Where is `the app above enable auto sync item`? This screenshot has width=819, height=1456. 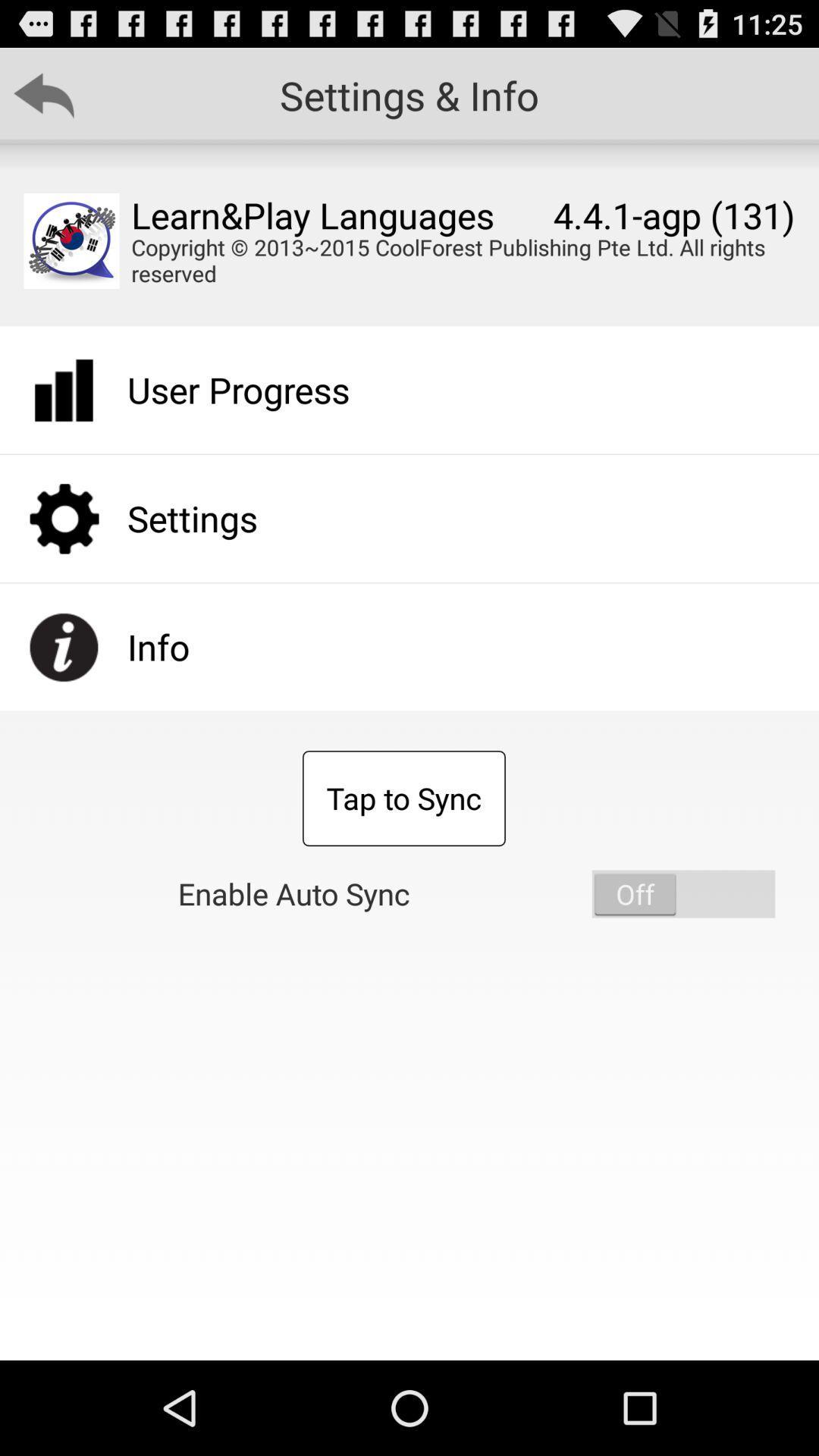 the app above enable auto sync item is located at coordinates (403, 797).